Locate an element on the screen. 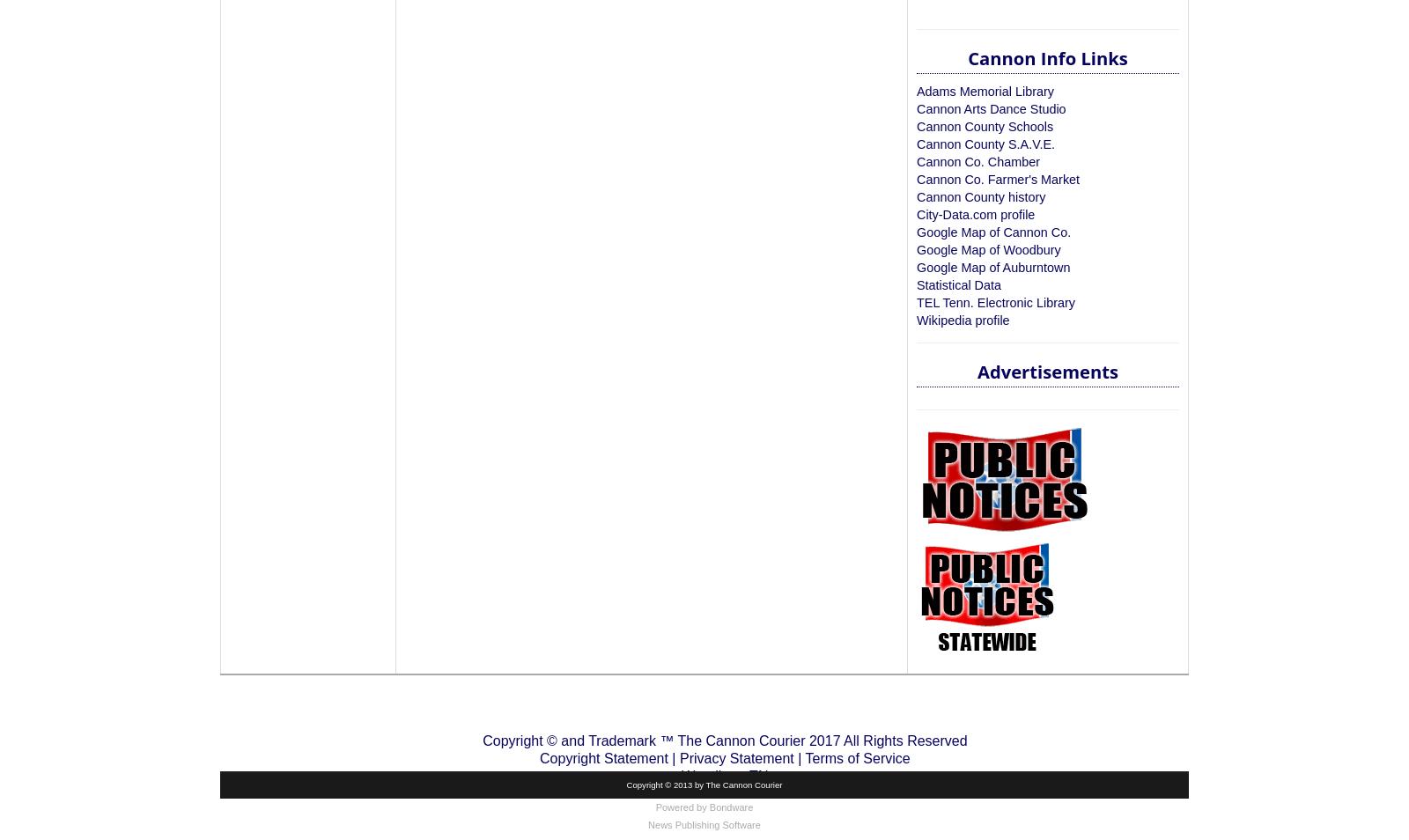 The width and height of the screenshot is (1409, 840). 'Adams Memorial Library' is located at coordinates (985, 90).